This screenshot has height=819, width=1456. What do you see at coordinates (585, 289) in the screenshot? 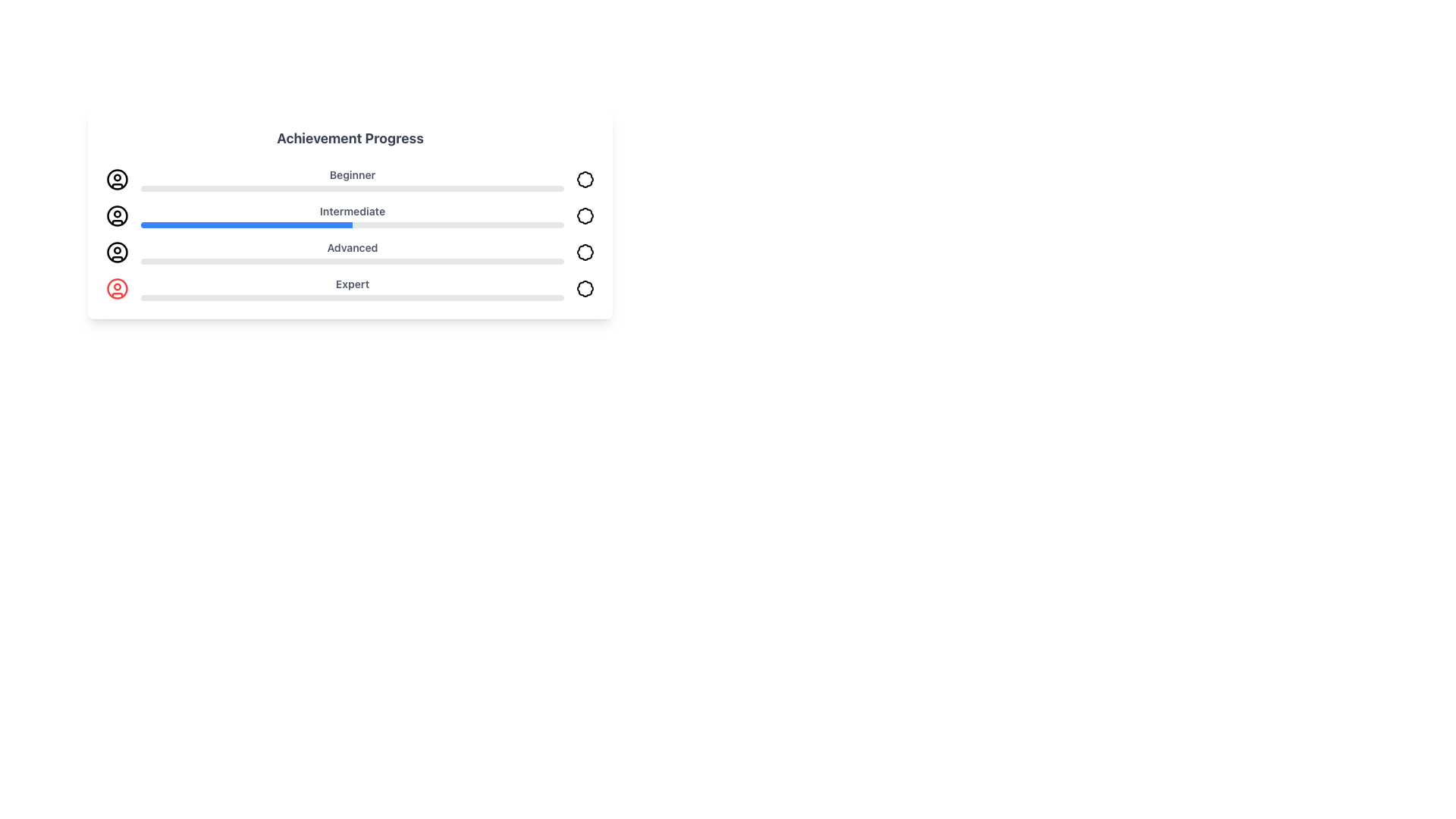
I see `the 'Expert' level badge icon, which is the last badge icon in the horizontal list of levels` at bounding box center [585, 289].